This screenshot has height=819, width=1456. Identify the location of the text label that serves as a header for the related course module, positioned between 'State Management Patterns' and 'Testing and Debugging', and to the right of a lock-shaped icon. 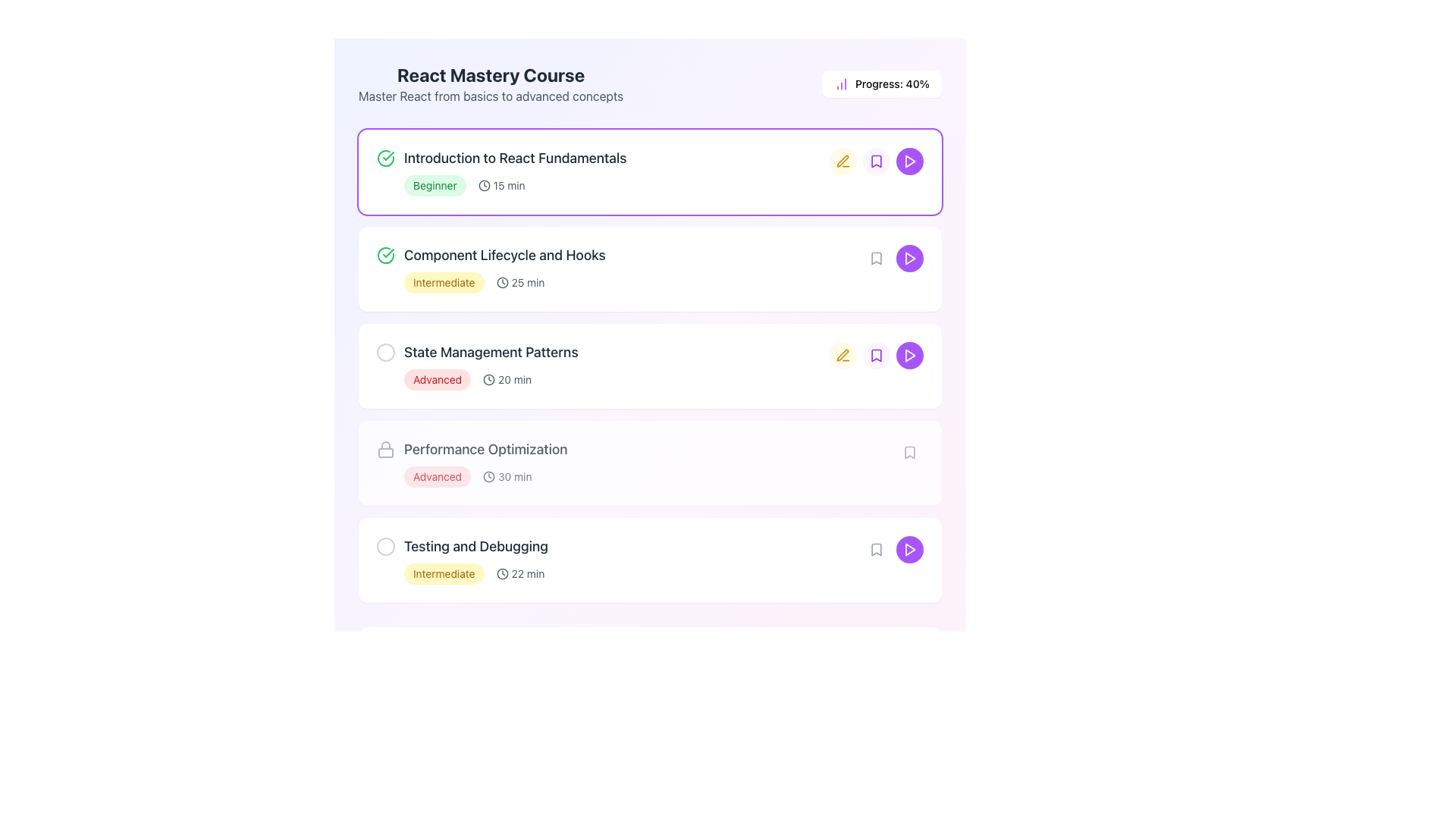
(485, 449).